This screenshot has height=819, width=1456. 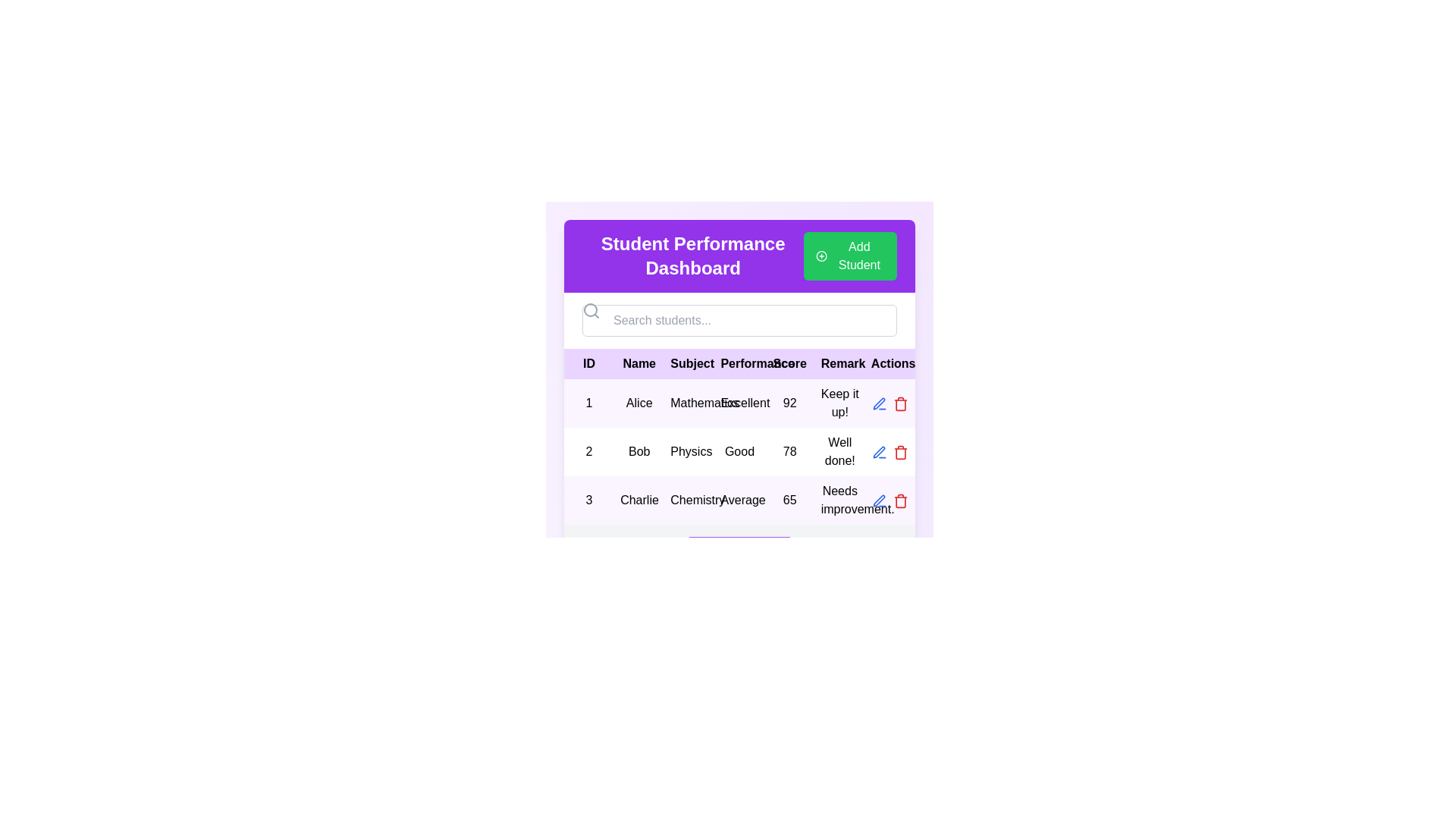 I want to click on the pen-shaped icon button located under the 'Actions' column in the third row of the data table for 'Charlie' to initiate editing, so click(x=879, y=500).